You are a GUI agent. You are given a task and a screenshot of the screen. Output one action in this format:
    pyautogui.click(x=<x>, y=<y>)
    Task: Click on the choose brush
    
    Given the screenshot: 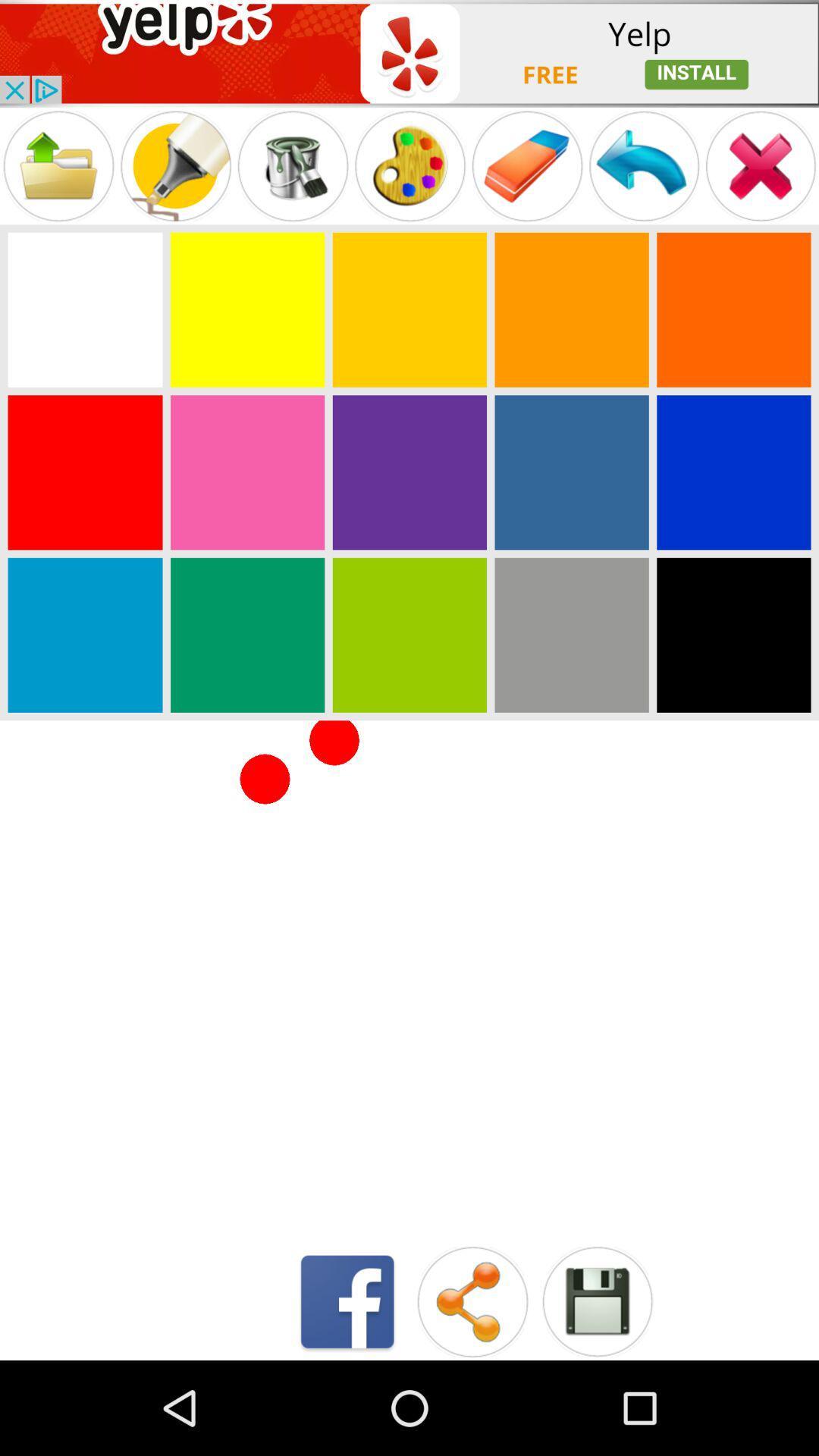 What is the action you would take?
    pyautogui.click(x=174, y=166)
    